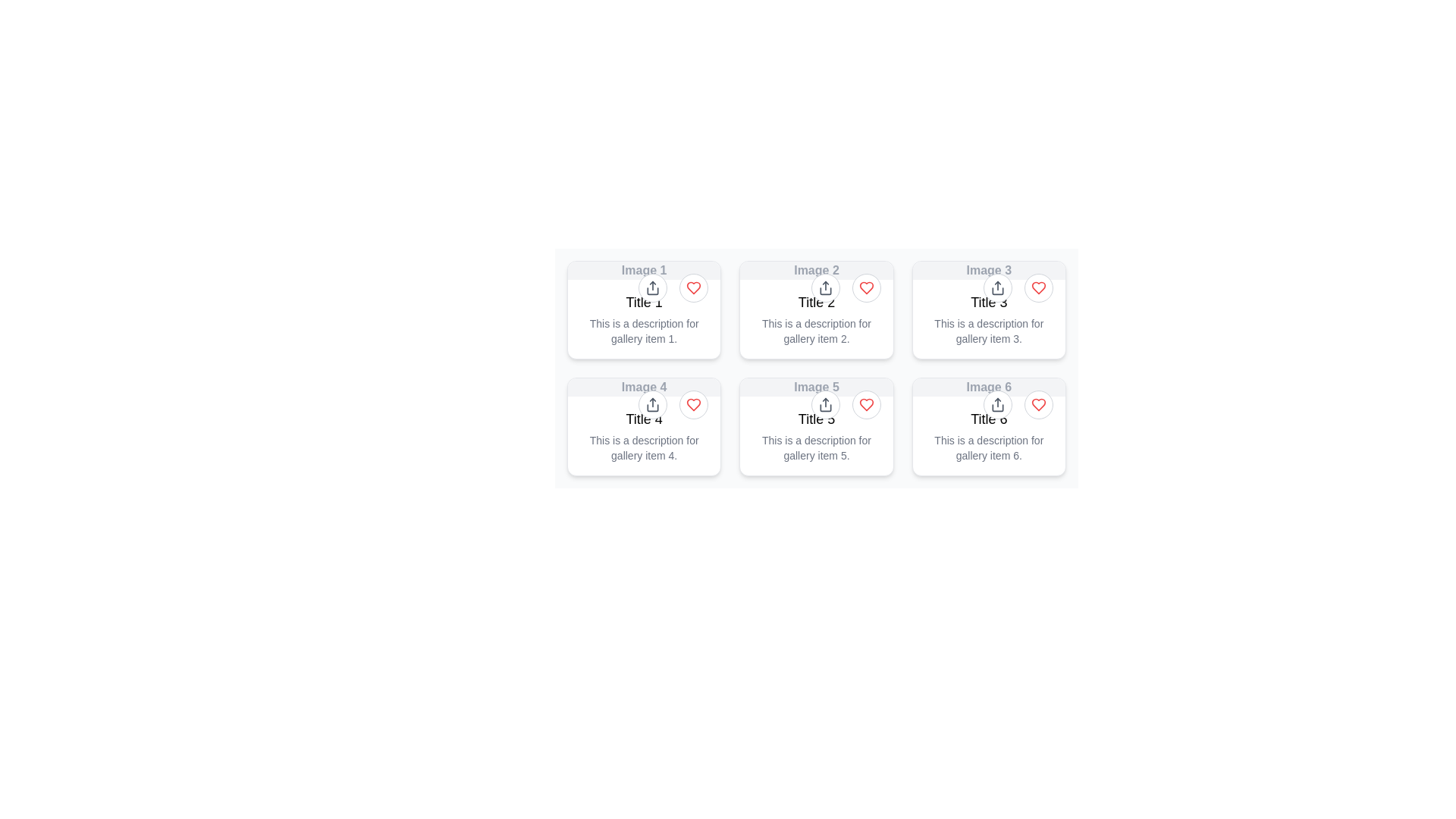 The image size is (1456, 819). I want to click on the share button located in the upper-right corner of the card labeled 'Title 4' to initiate sharing, so click(673, 403).